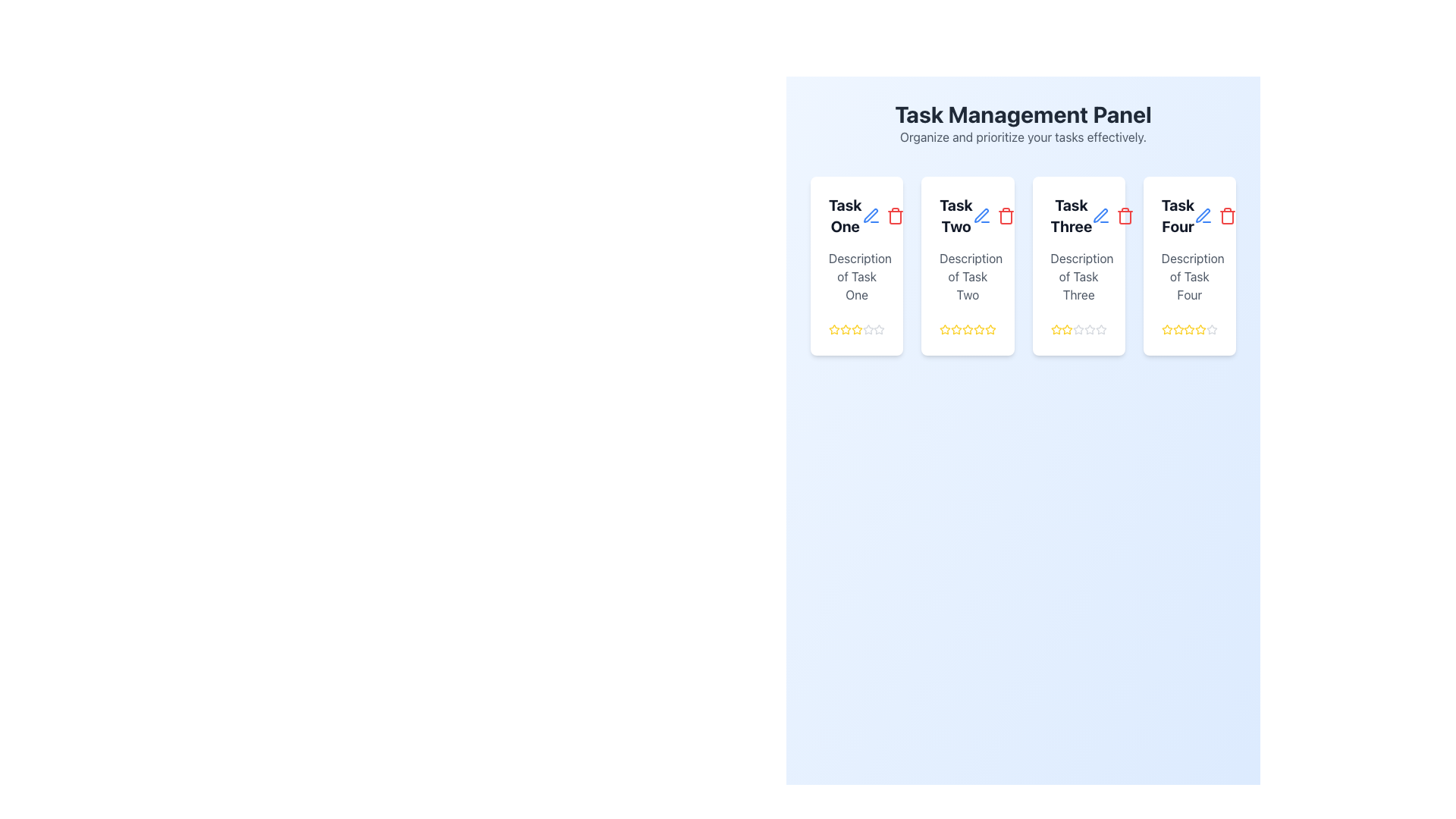 Image resolution: width=1456 pixels, height=819 pixels. Describe the element at coordinates (1023, 137) in the screenshot. I see `the descriptive text located directly below the 'Task Management Panel' title, which provides guidance about the features of the section` at that location.